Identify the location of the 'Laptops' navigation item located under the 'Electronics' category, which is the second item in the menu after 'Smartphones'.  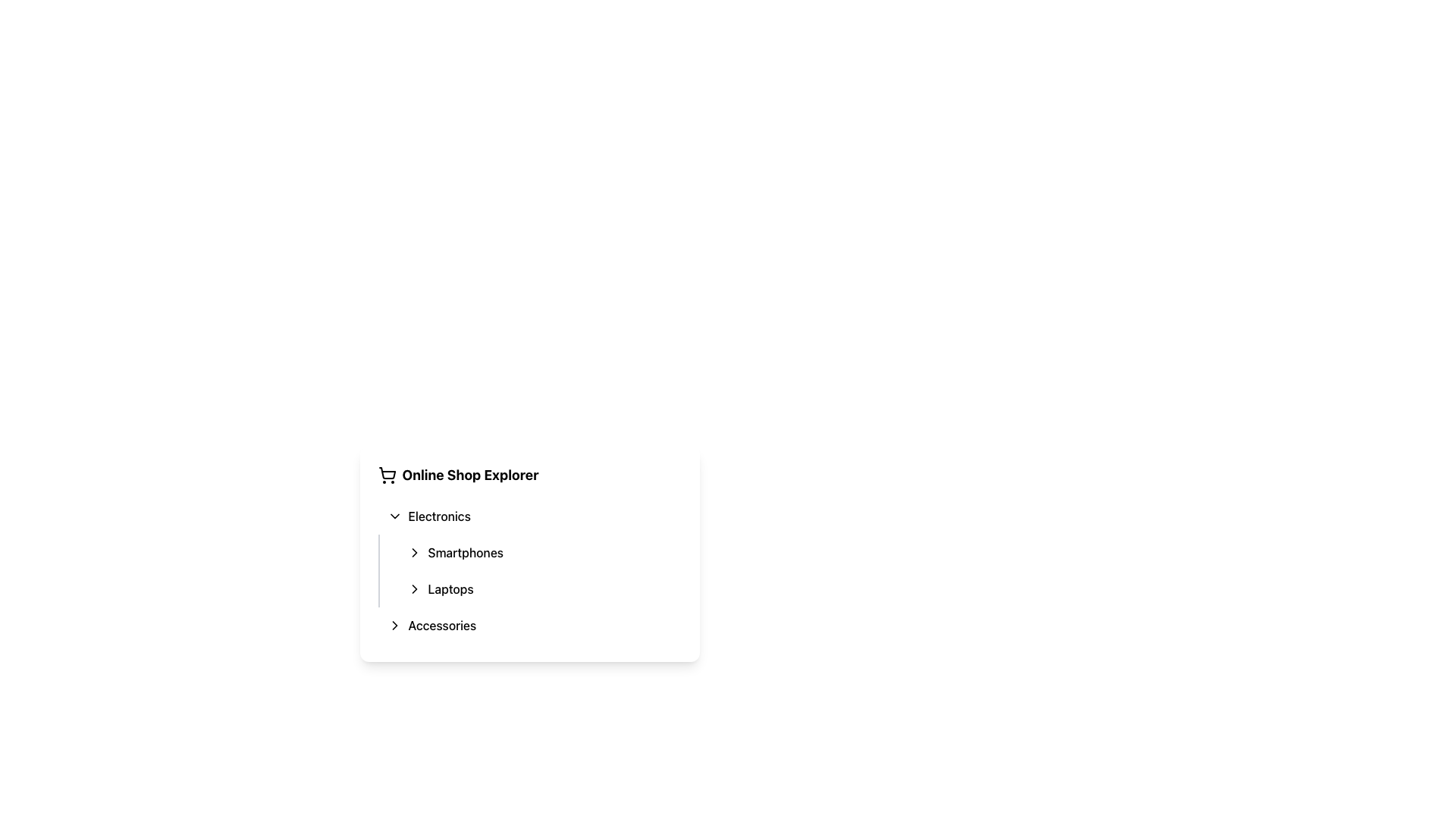
(539, 588).